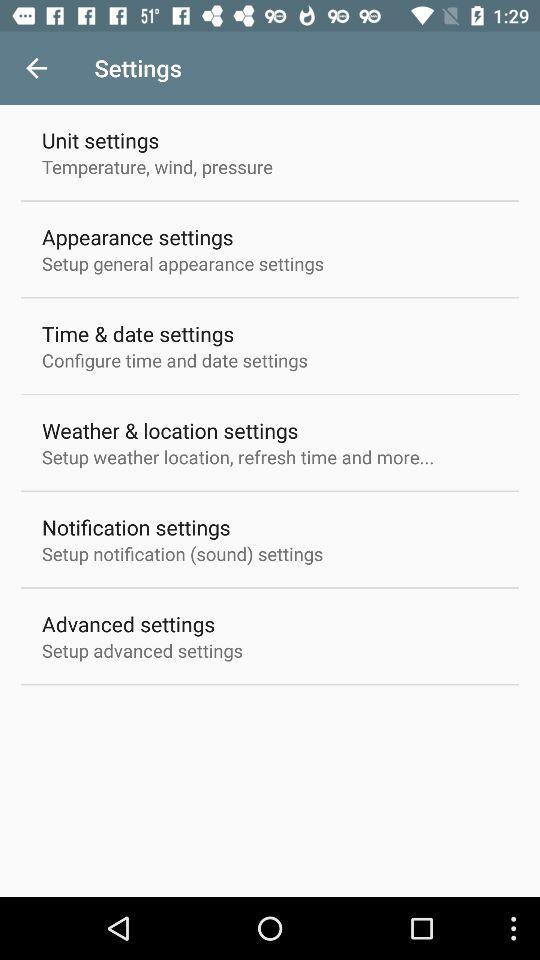 The image size is (540, 960). What do you see at coordinates (182, 553) in the screenshot?
I see `the item above the advanced settings icon` at bounding box center [182, 553].